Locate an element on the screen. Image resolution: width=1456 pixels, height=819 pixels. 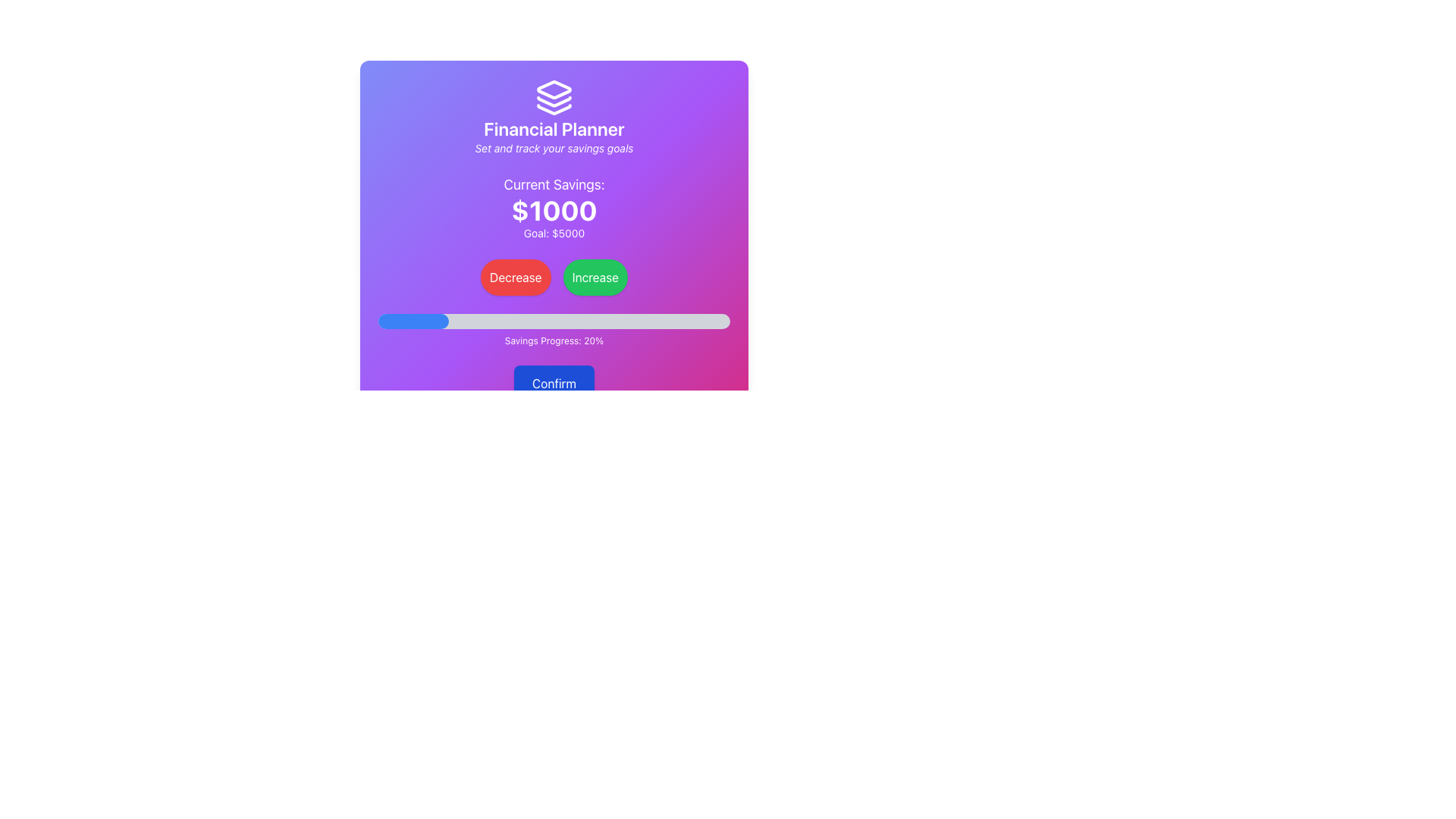
the 'Increase' button in the Multi-button group to augment the savings amount displayed above is located at coordinates (553, 278).